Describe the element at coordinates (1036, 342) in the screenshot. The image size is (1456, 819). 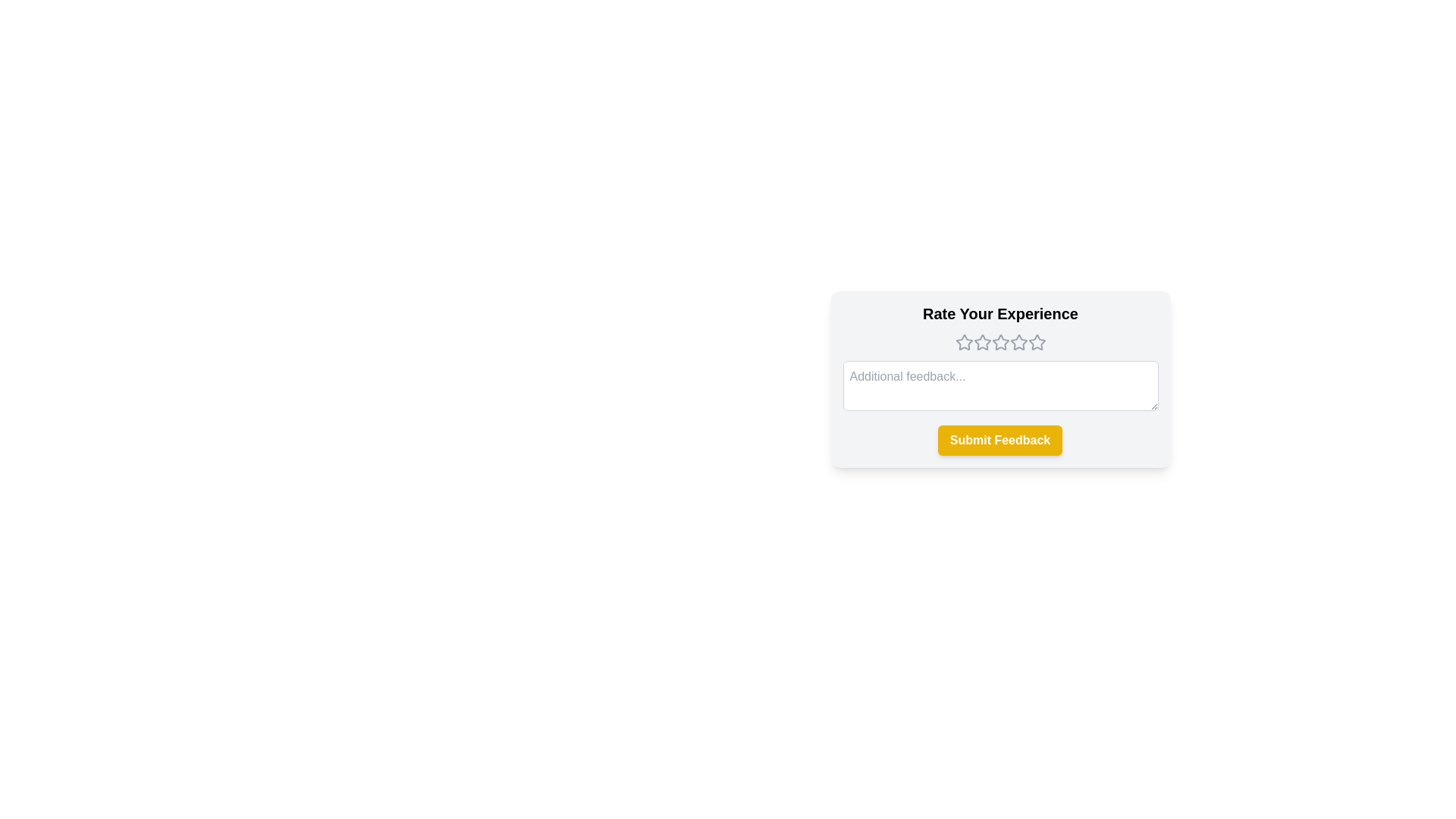
I see `the fifth star-shaped rating icon in the 'Rate Your Experience' section to observe its scaling effect` at that location.